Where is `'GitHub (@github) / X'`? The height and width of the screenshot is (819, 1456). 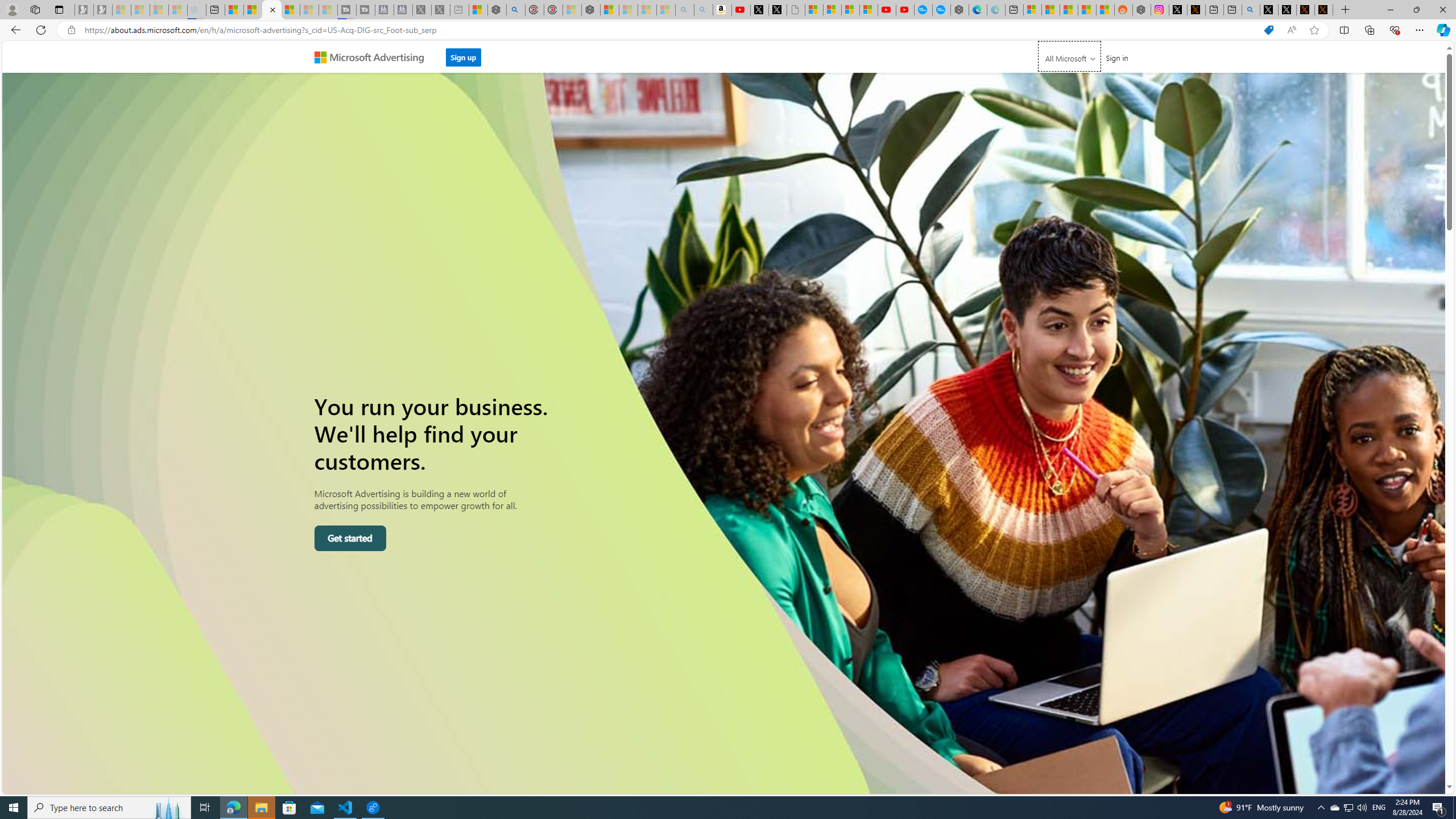 'GitHub (@github) / X' is located at coordinates (1287, 9).